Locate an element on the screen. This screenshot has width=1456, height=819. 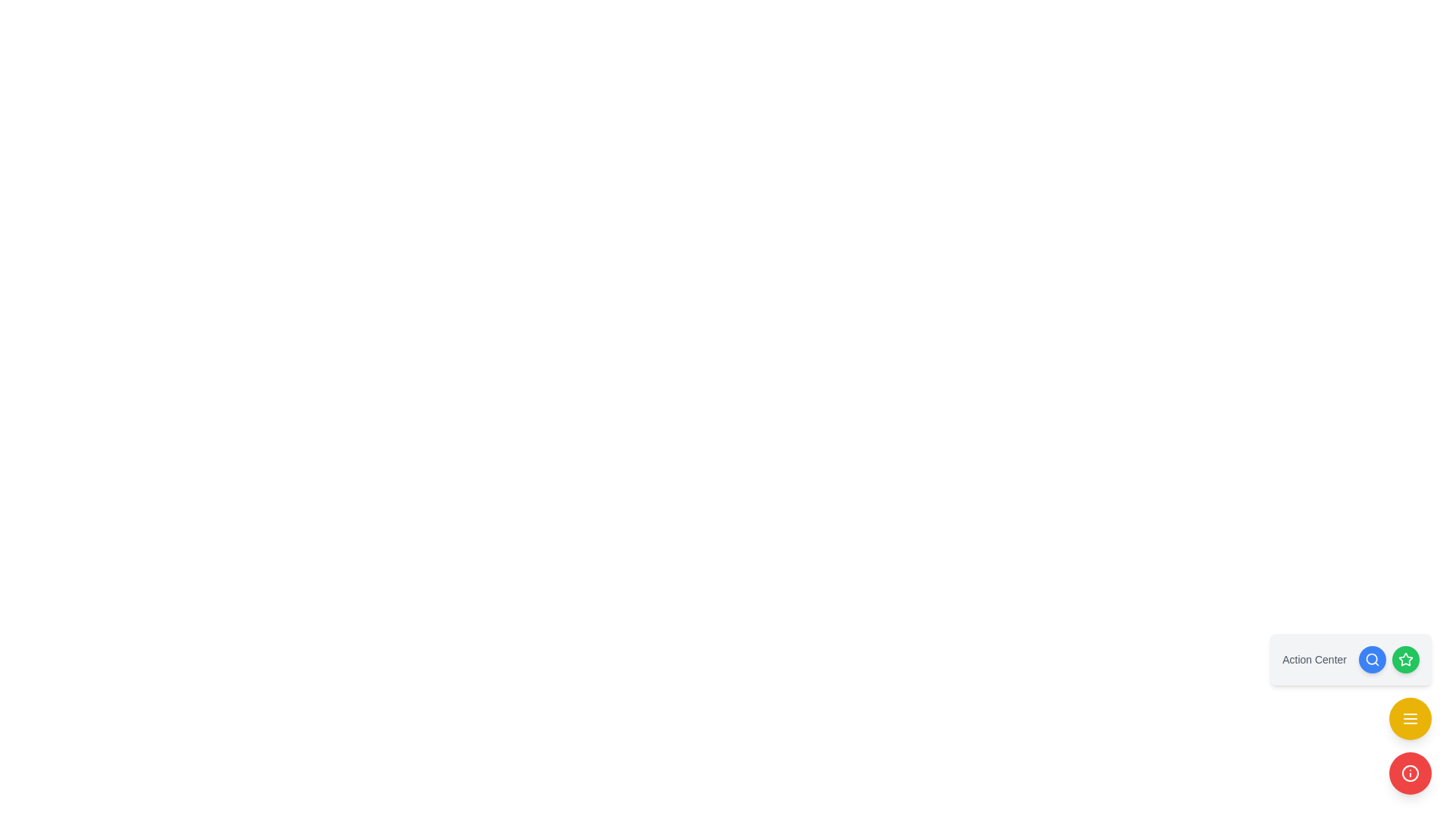
the icon representing the Action Center, located to the right of the label 'Action Center' is located at coordinates (1404, 658).